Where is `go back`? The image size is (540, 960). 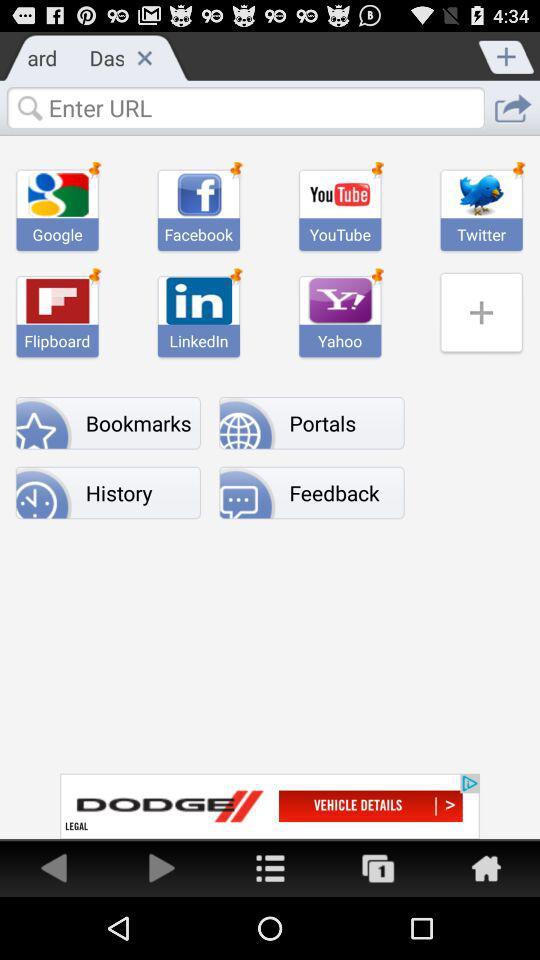 go back is located at coordinates (54, 866).